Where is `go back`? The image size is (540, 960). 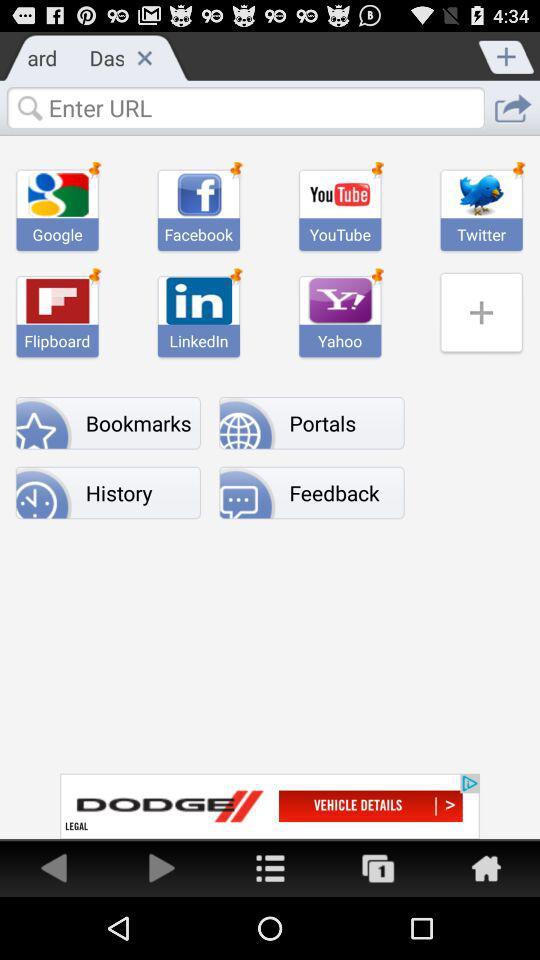 go back is located at coordinates (54, 866).